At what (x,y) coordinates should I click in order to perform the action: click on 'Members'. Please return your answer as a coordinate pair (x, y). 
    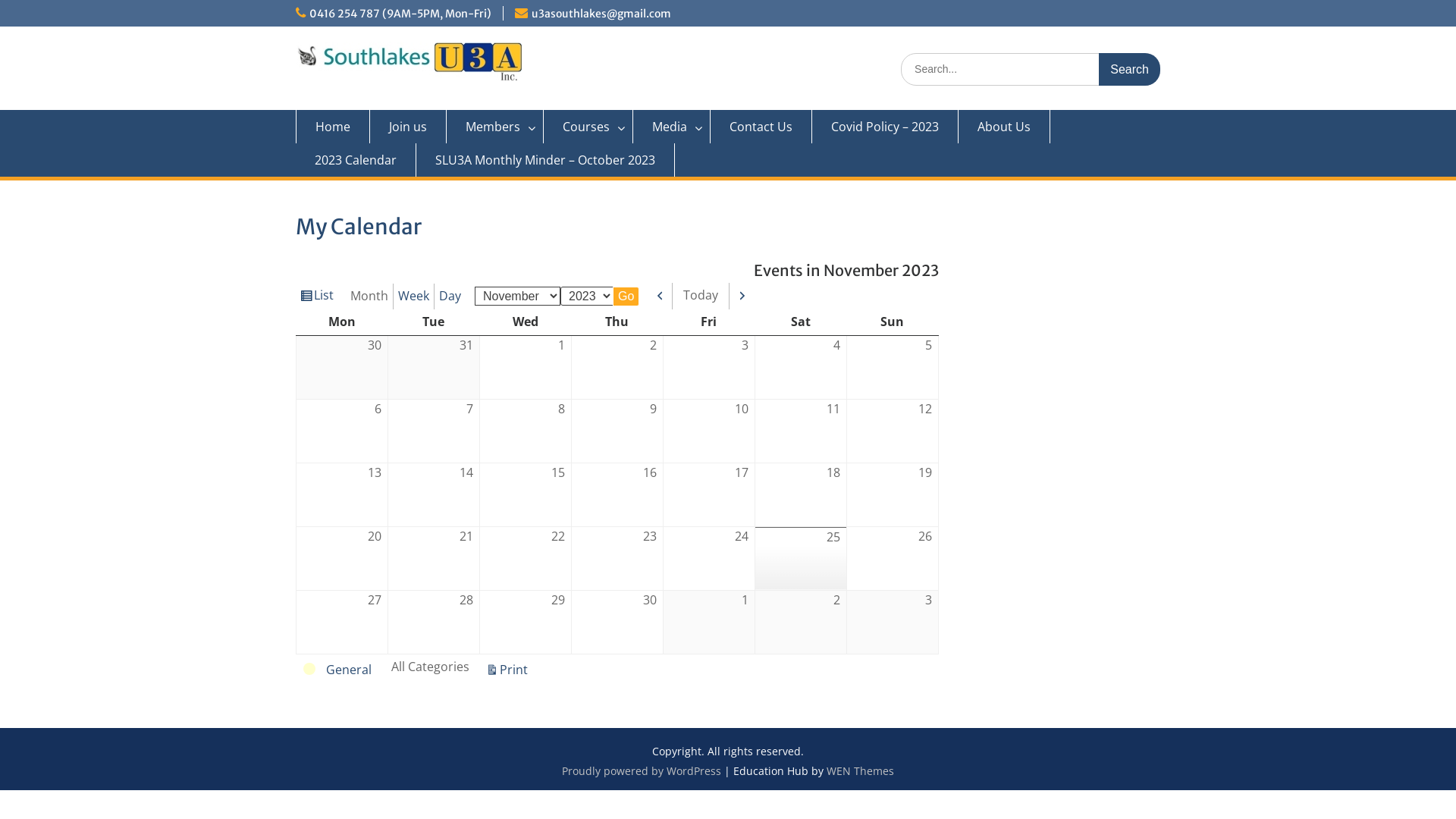
    Looking at the image, I should click on (494, 125).